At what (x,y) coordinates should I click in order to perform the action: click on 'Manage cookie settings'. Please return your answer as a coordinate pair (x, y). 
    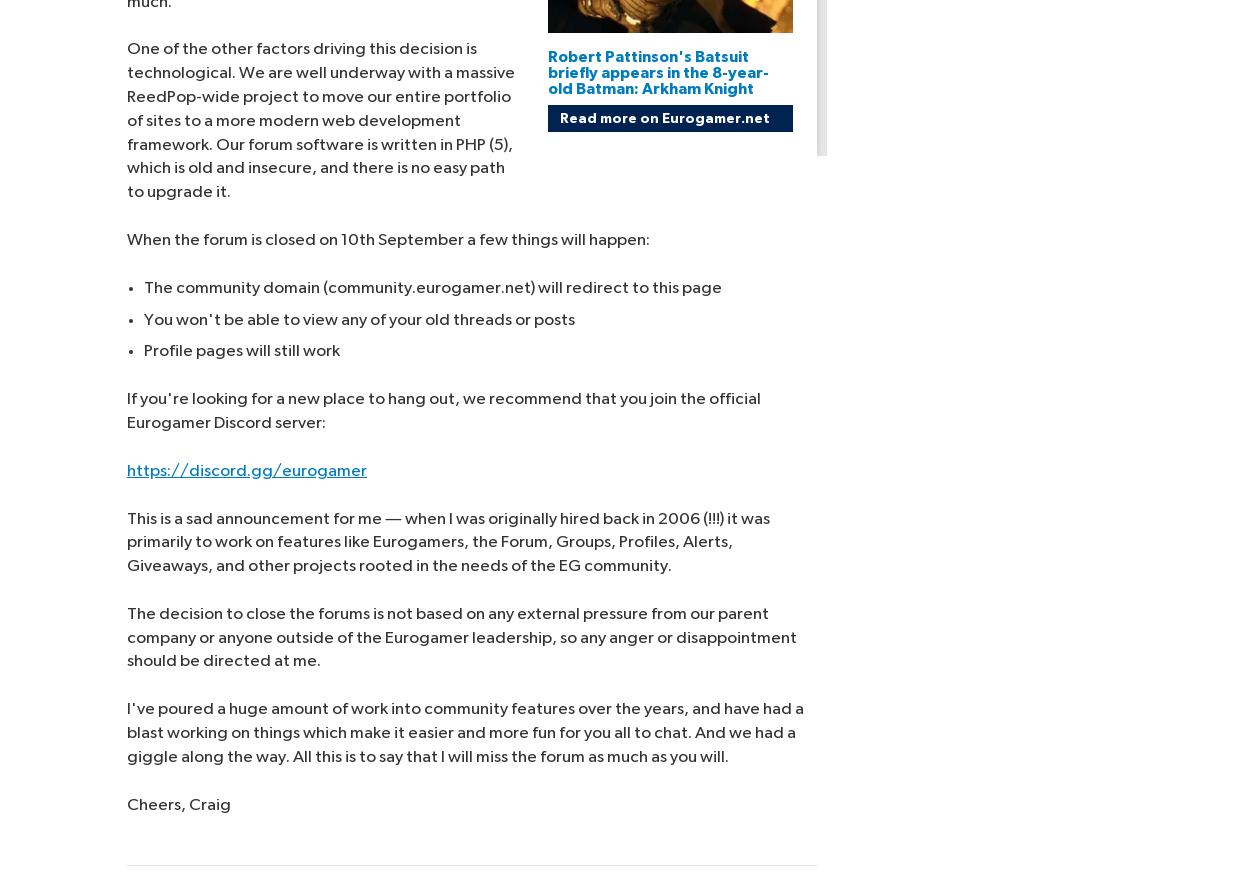
    Looking at the image, I should click on (655, 224).